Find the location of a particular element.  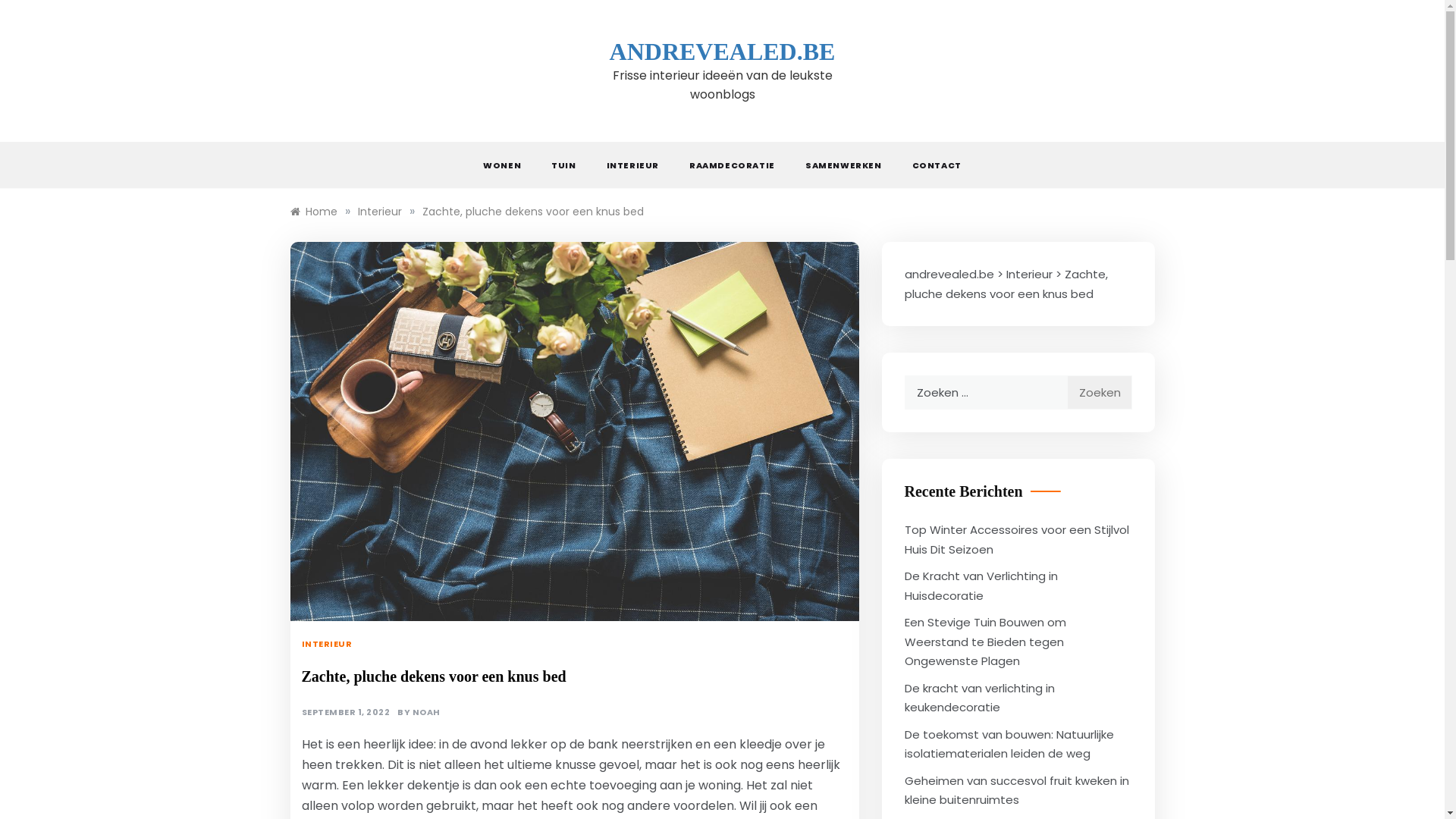

'Home' is located at coordinates (312, 211).